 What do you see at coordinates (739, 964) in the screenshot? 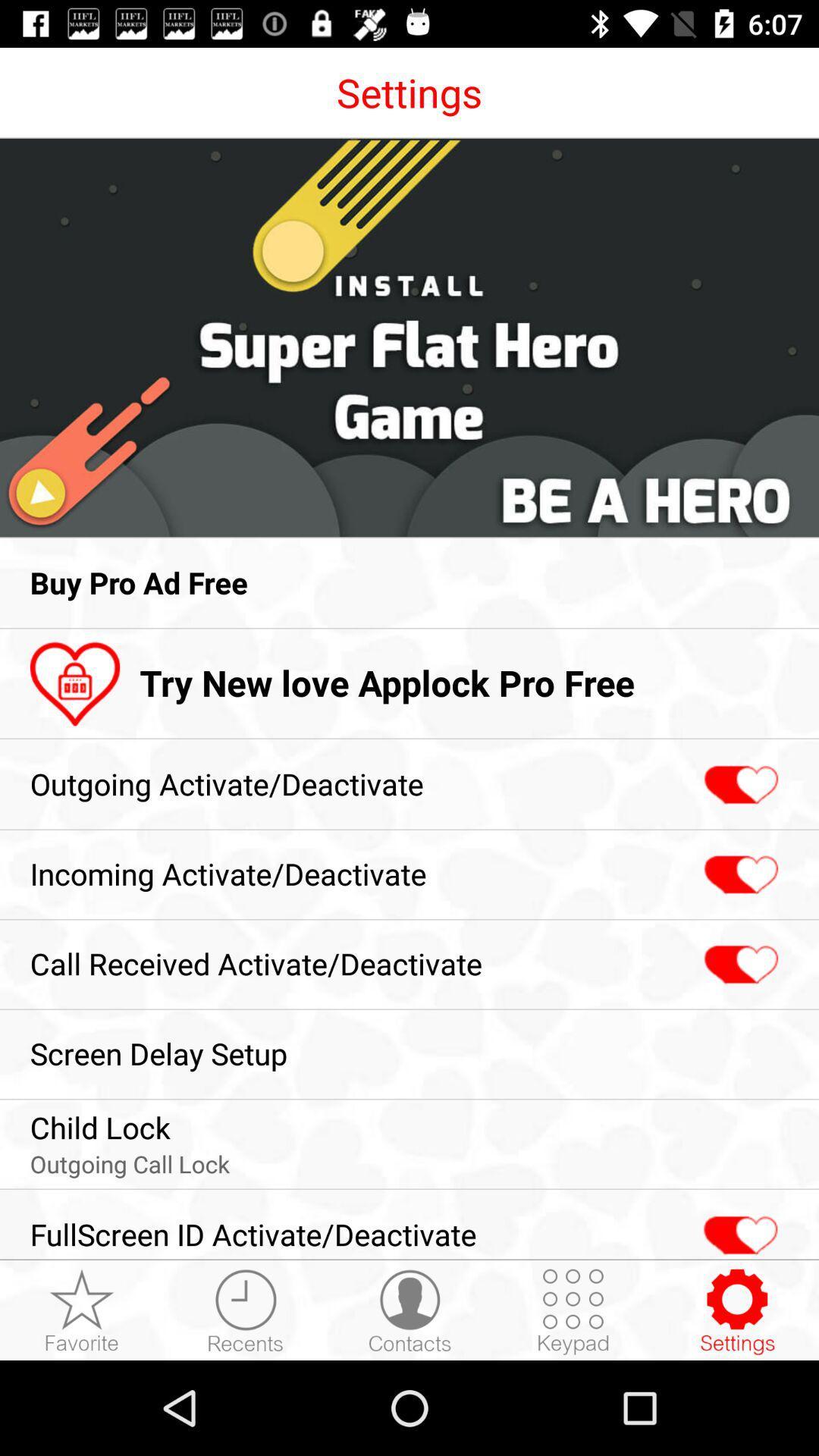
I see `call received` at bounding box center [739, 964].